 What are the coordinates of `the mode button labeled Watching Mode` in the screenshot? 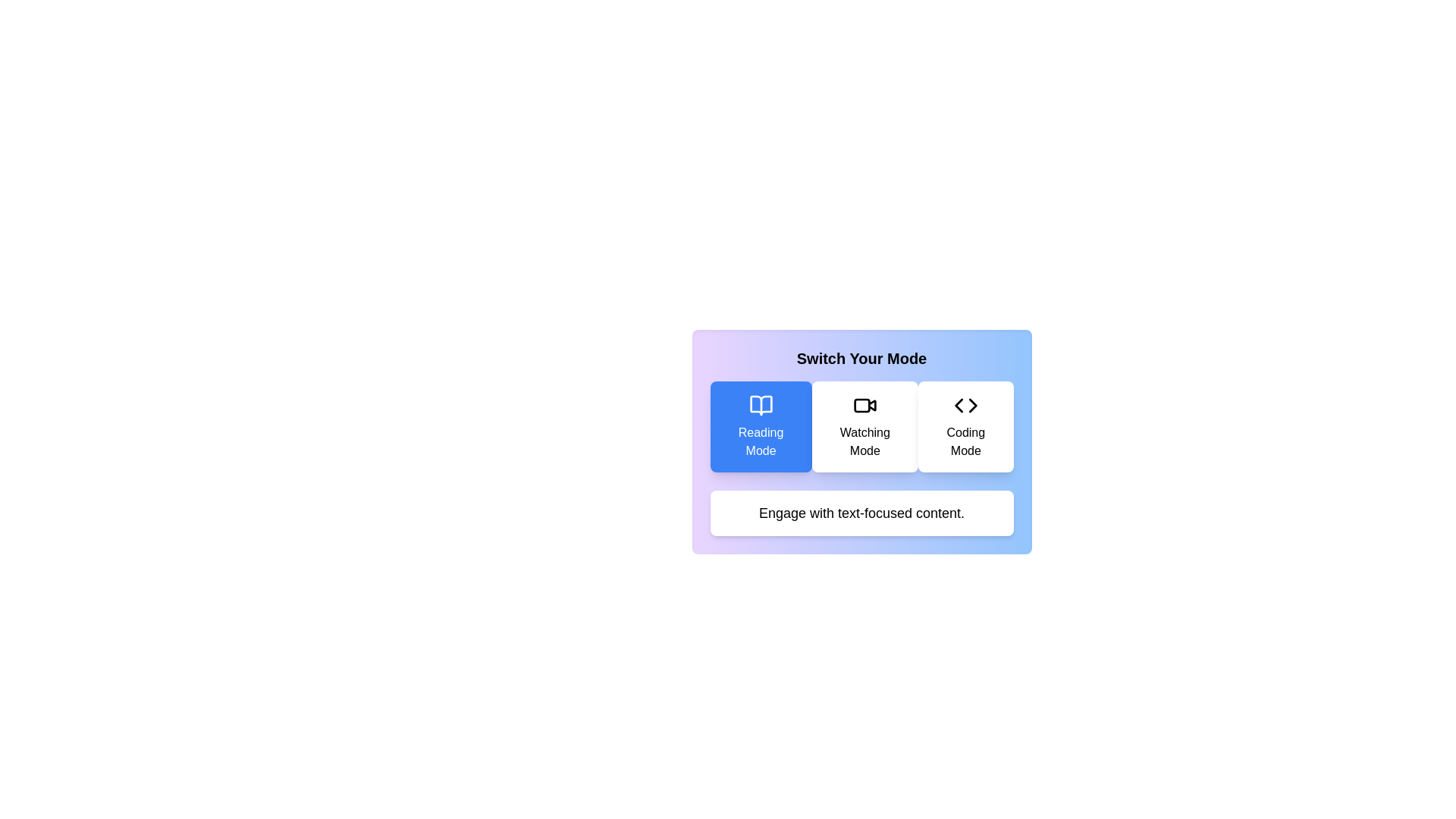 It's located at (864, 427).